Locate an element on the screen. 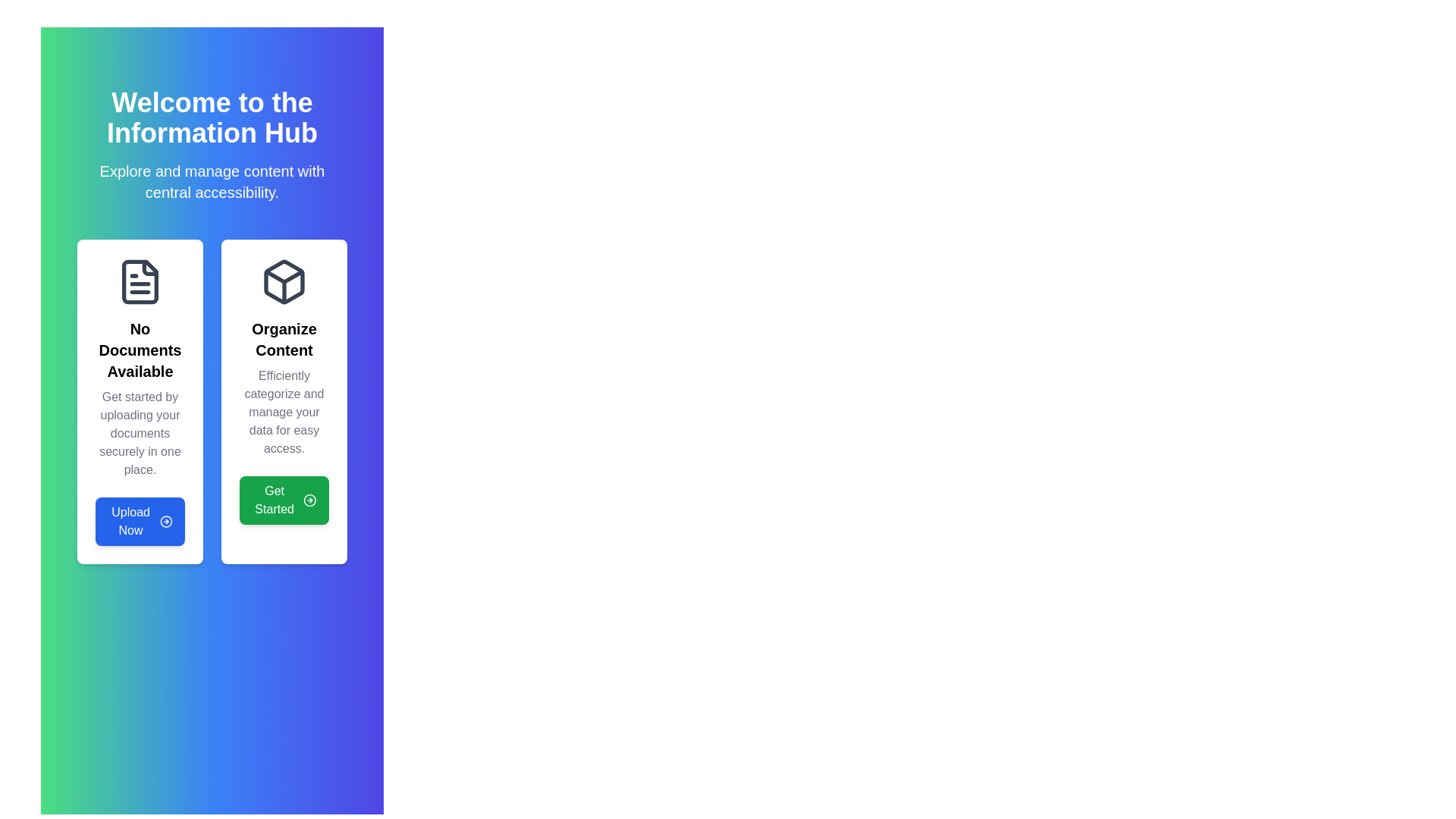 Image resolution: width=1456 pixels, height=819 pixels. the SVG document icon, which is a minimal stroke design with a folded corner and horizontal markings, located centrally in the left column of two cards above the 'No Documents Available' text is located at coordinates (140, 281).